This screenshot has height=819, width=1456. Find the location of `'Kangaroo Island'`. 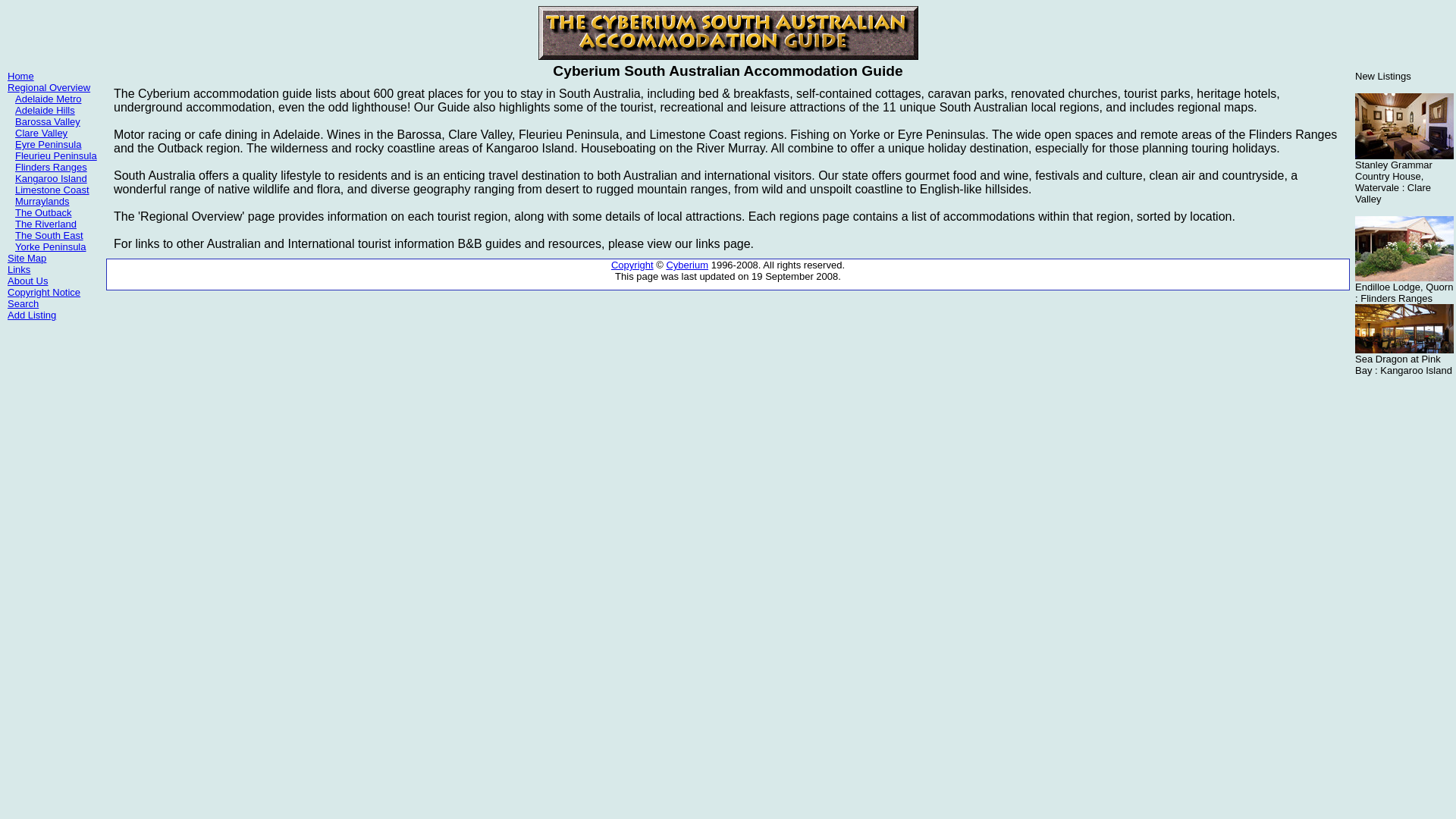

'Kangaroo Island' is located at coordinates (51, 177).